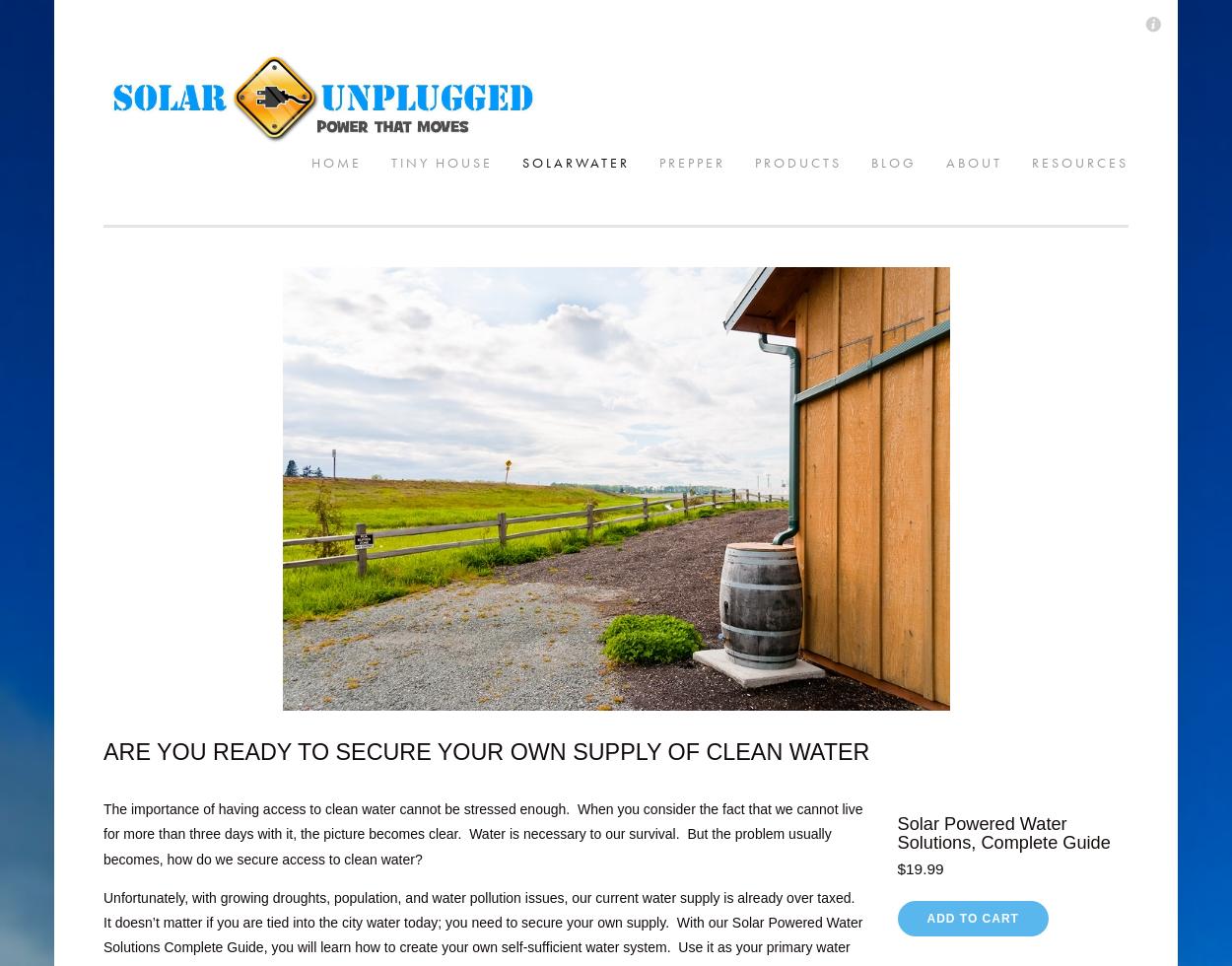  Describe the element at coordinates (971, 918) in the screenshot. I see `'Add To Cart'` at that location.